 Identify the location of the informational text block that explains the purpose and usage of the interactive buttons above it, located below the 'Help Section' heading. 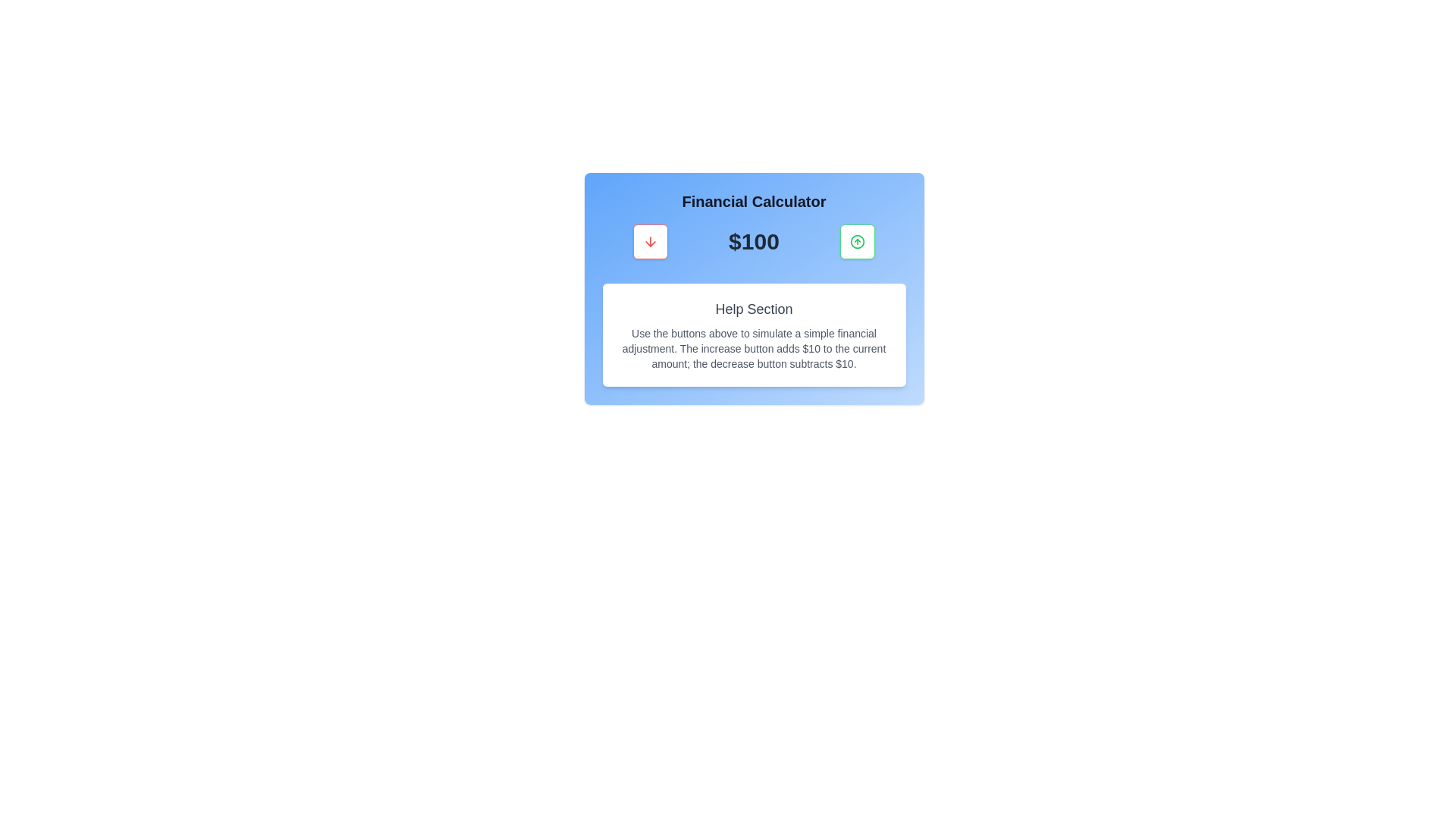
(754, 348).